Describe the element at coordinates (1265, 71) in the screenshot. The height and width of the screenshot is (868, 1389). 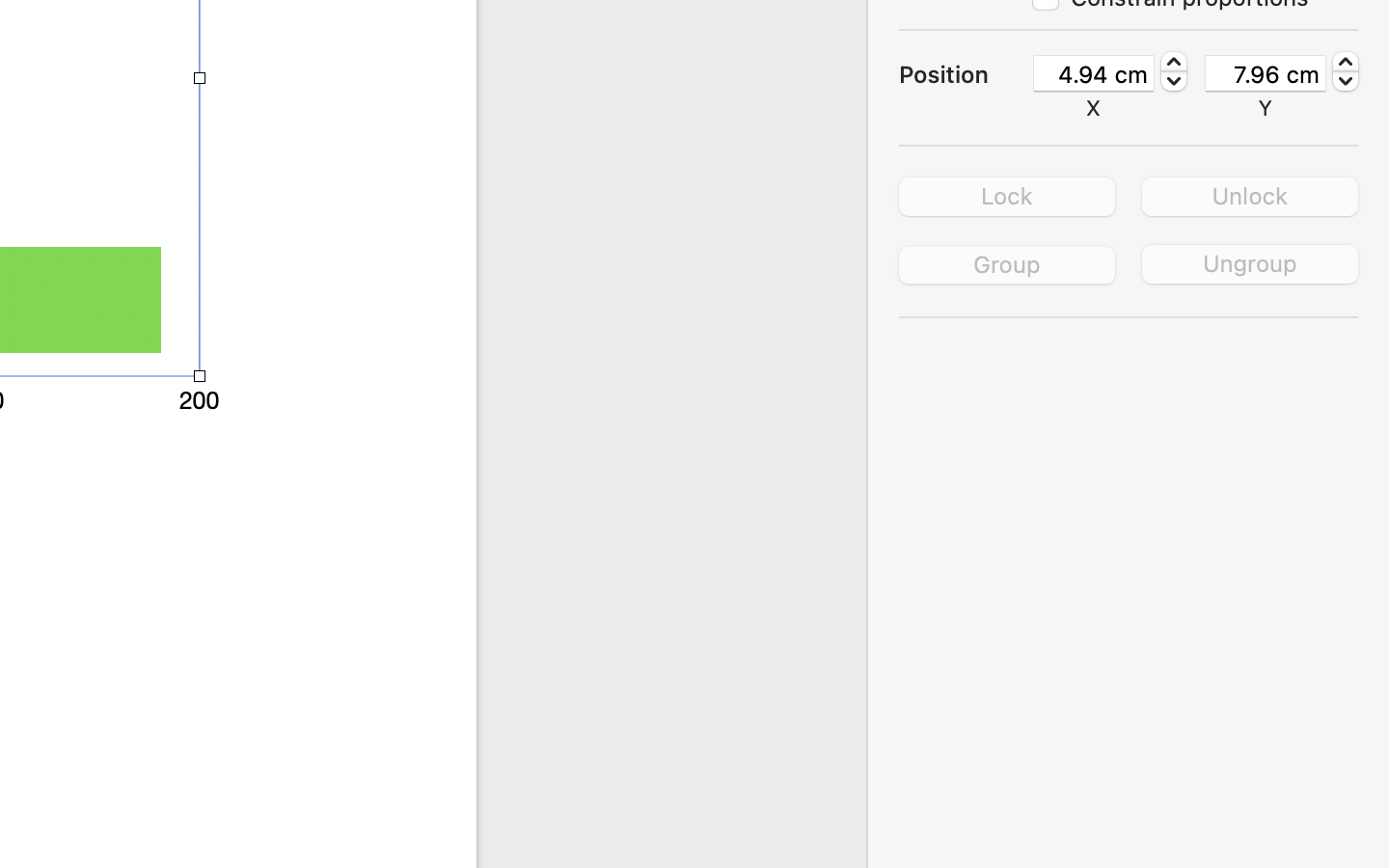
I see `'7.96 cm'` at that location.